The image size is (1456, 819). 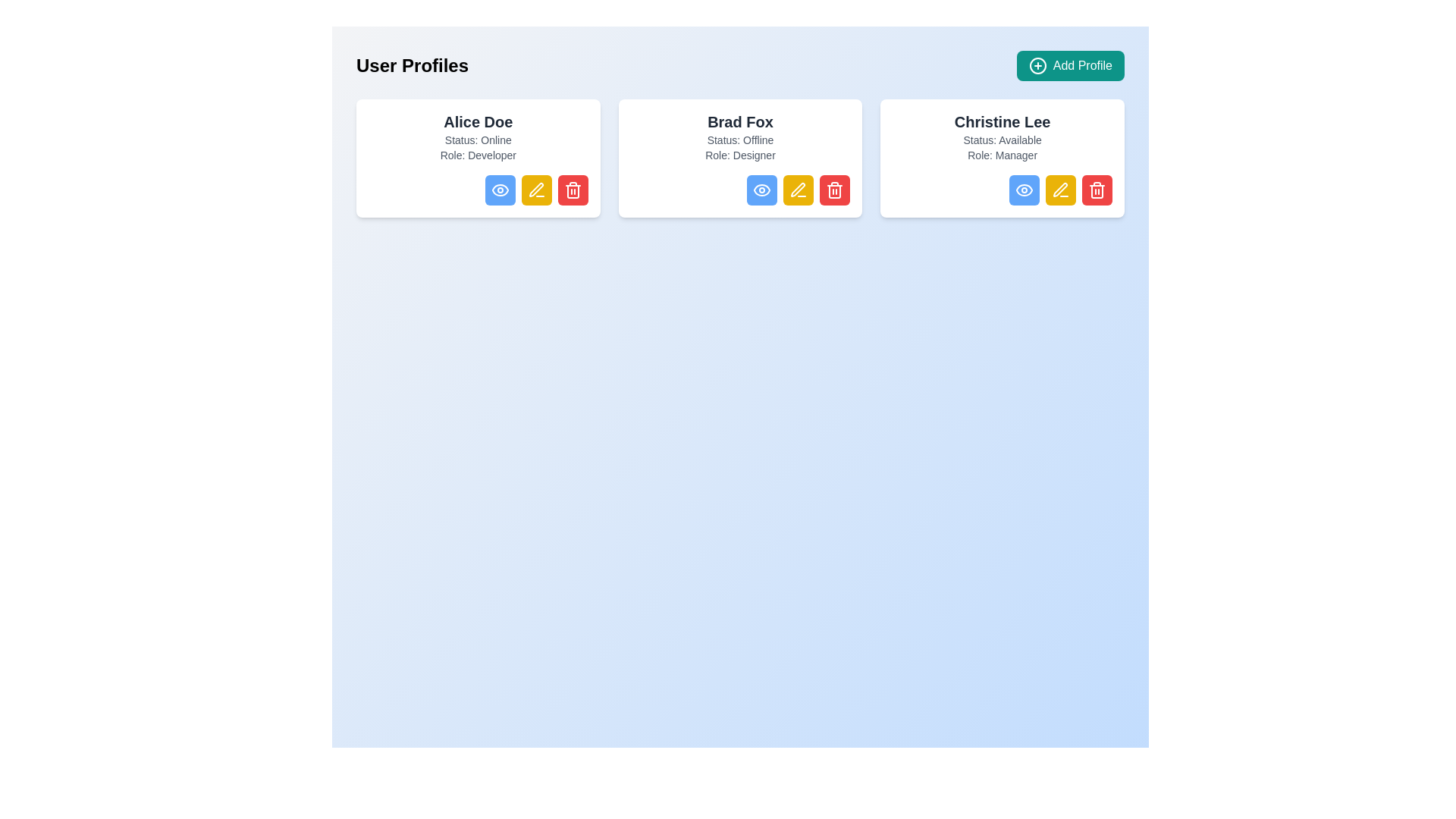 What do you see at coordinates (1069, 65) in the screenshot?
I see `the 'Add Profile' button with a teal background and white text located in the top-right corner of the 'User Profiles' header to initiate the profile-adding process` at bounding box center [1069, 65].